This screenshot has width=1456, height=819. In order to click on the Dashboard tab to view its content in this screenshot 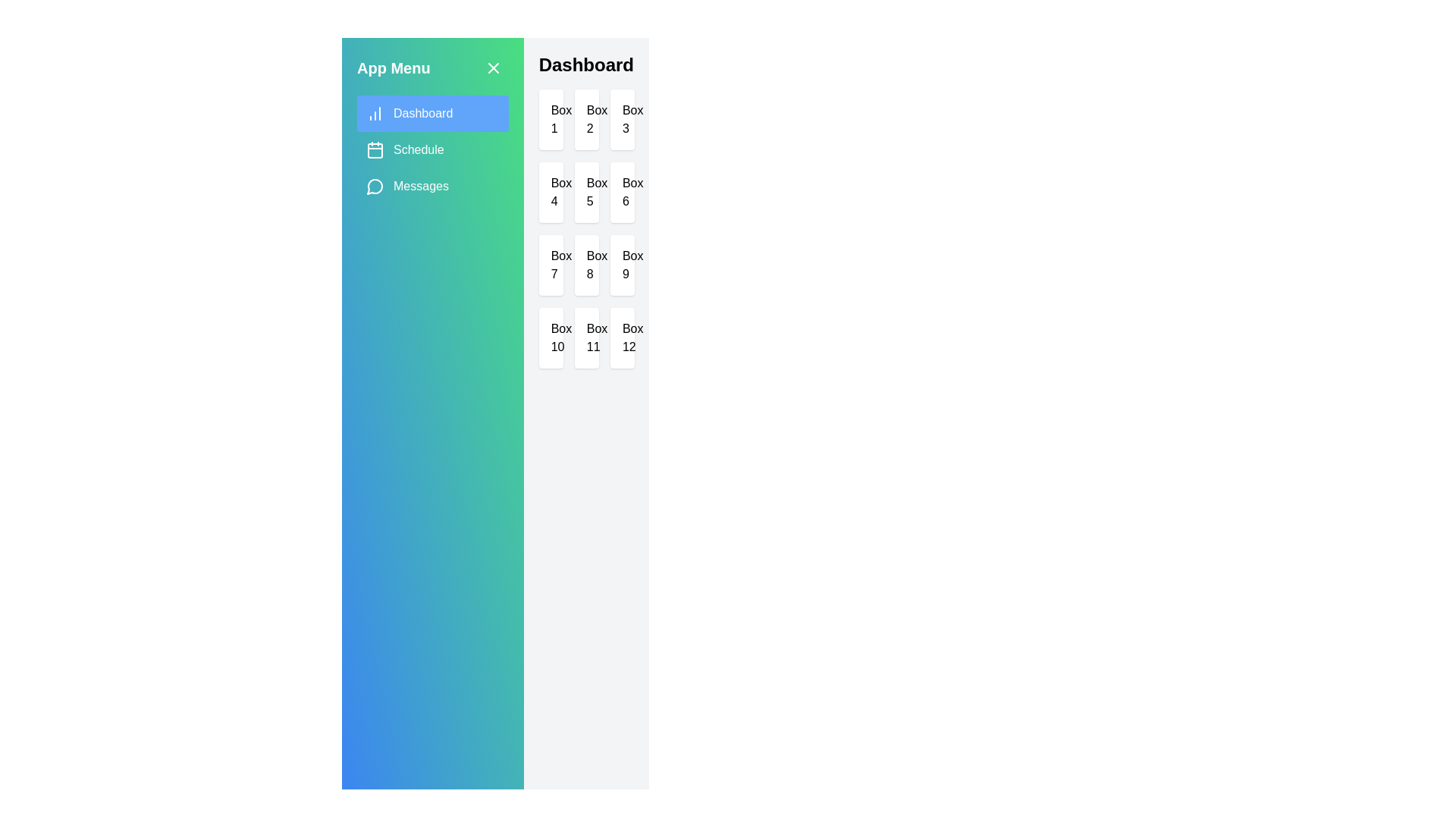, I will do `click(431, 113)`.